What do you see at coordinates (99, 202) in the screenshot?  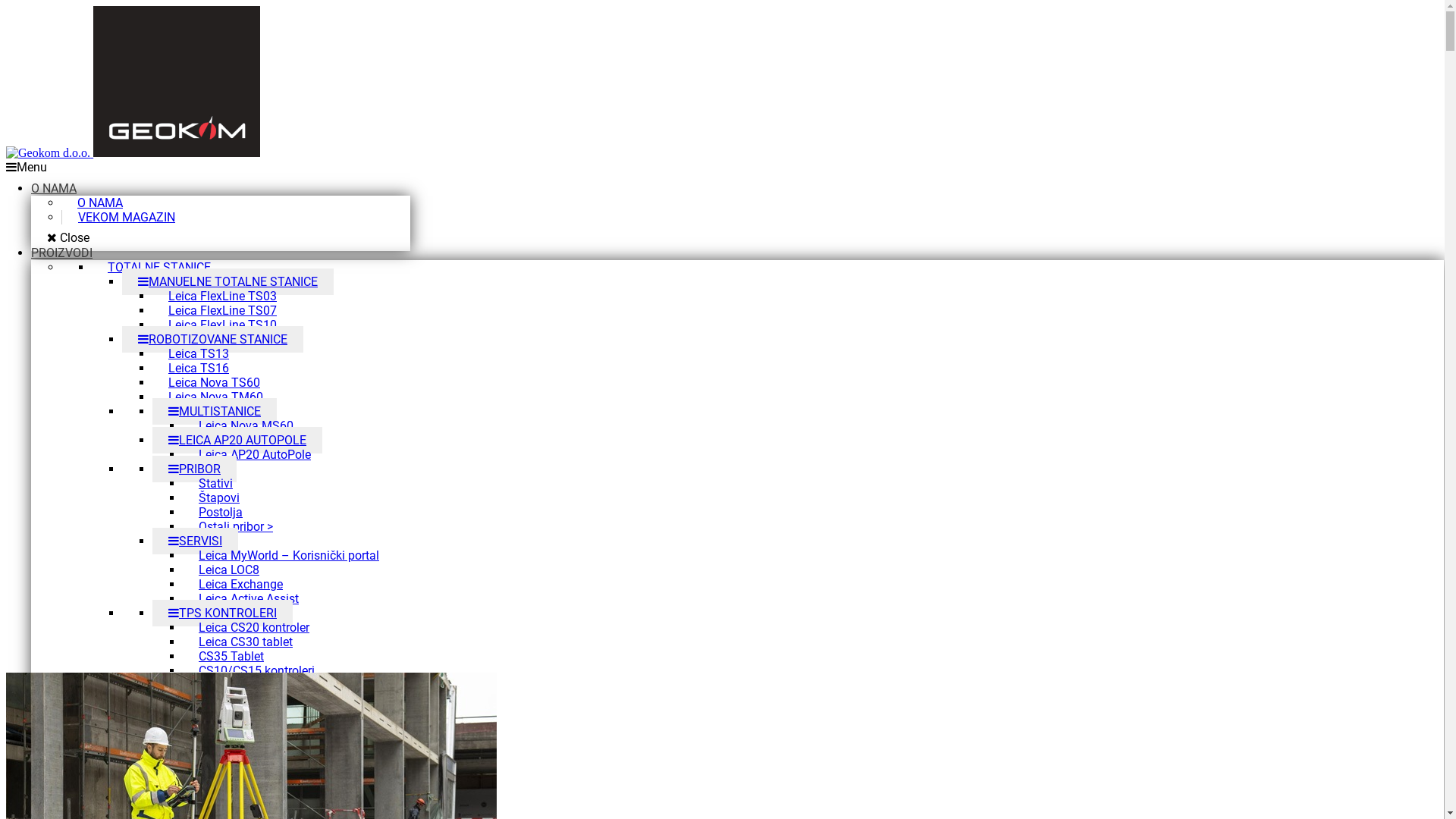 I see `'O NAMA'` at bounding box center [99, 202].